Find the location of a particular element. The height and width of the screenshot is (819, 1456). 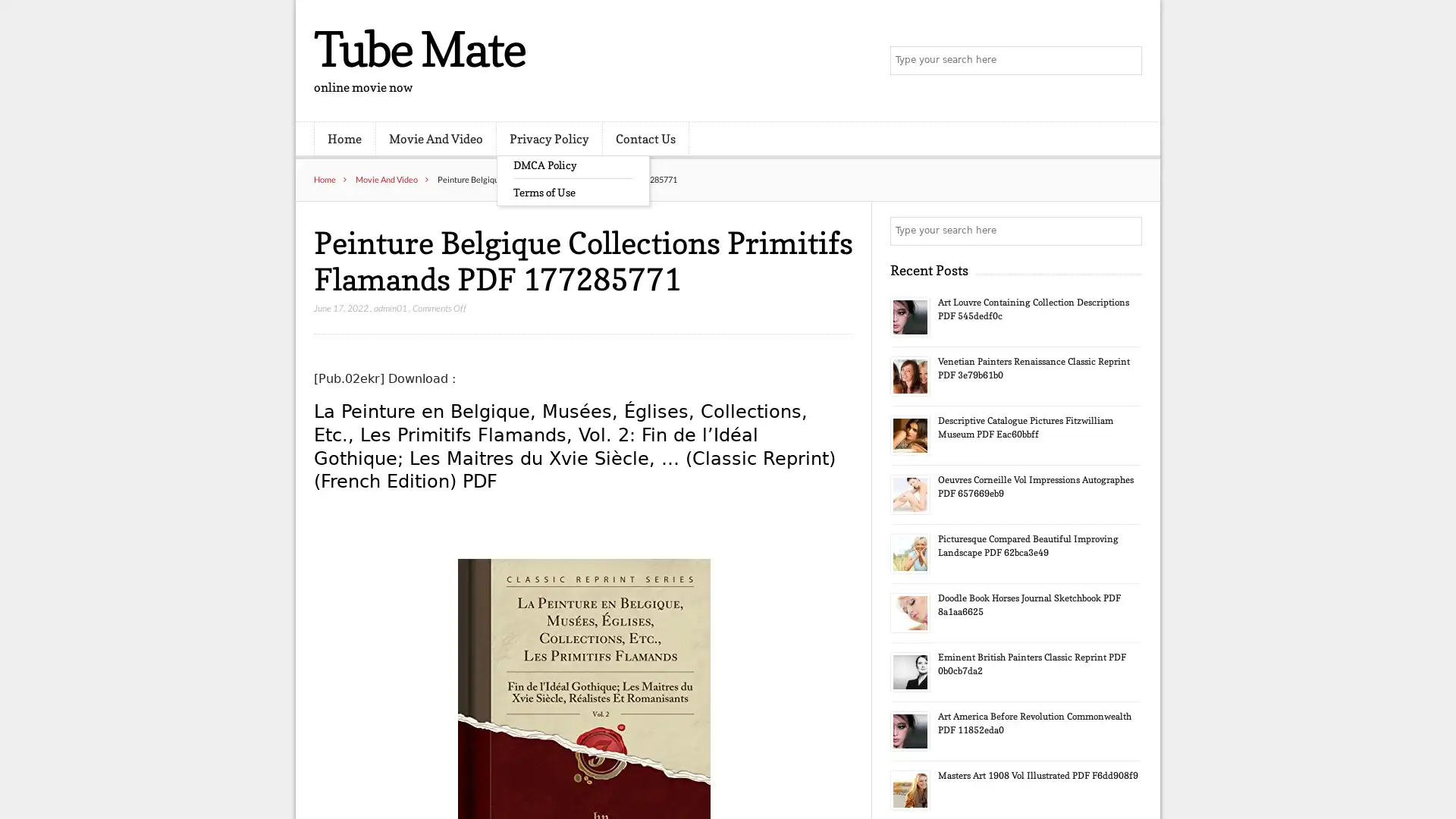

Search is located at coordinates (1126, 61).